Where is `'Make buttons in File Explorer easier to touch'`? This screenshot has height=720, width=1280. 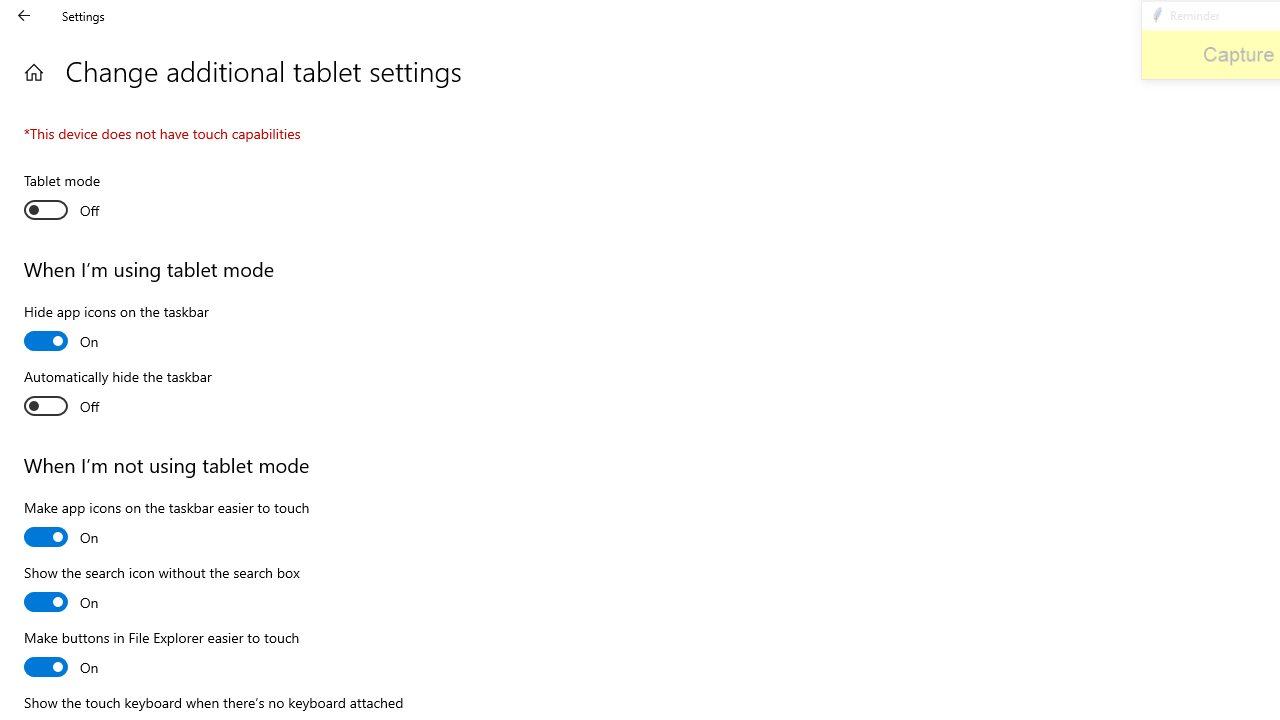 'Make buttons in File Explorer easier to touch' is located at coordinates (161, 655).